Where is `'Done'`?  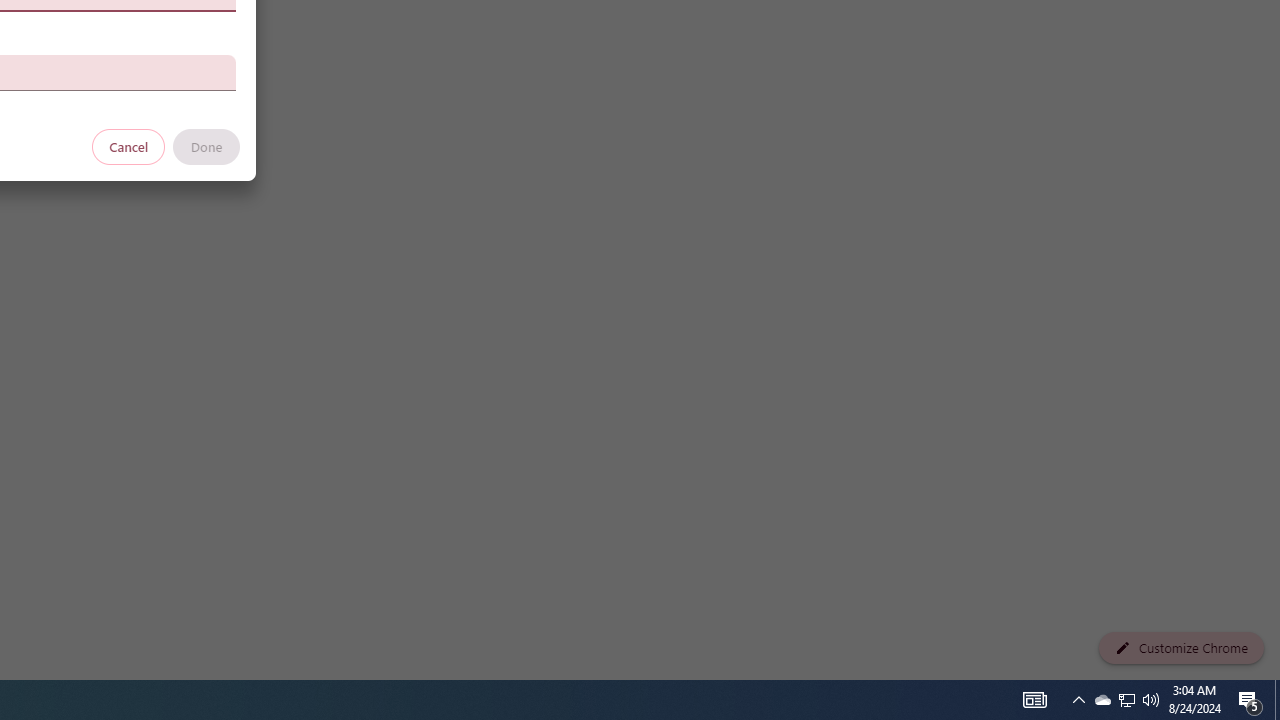 'Done' is located at coordinates (206, 145).